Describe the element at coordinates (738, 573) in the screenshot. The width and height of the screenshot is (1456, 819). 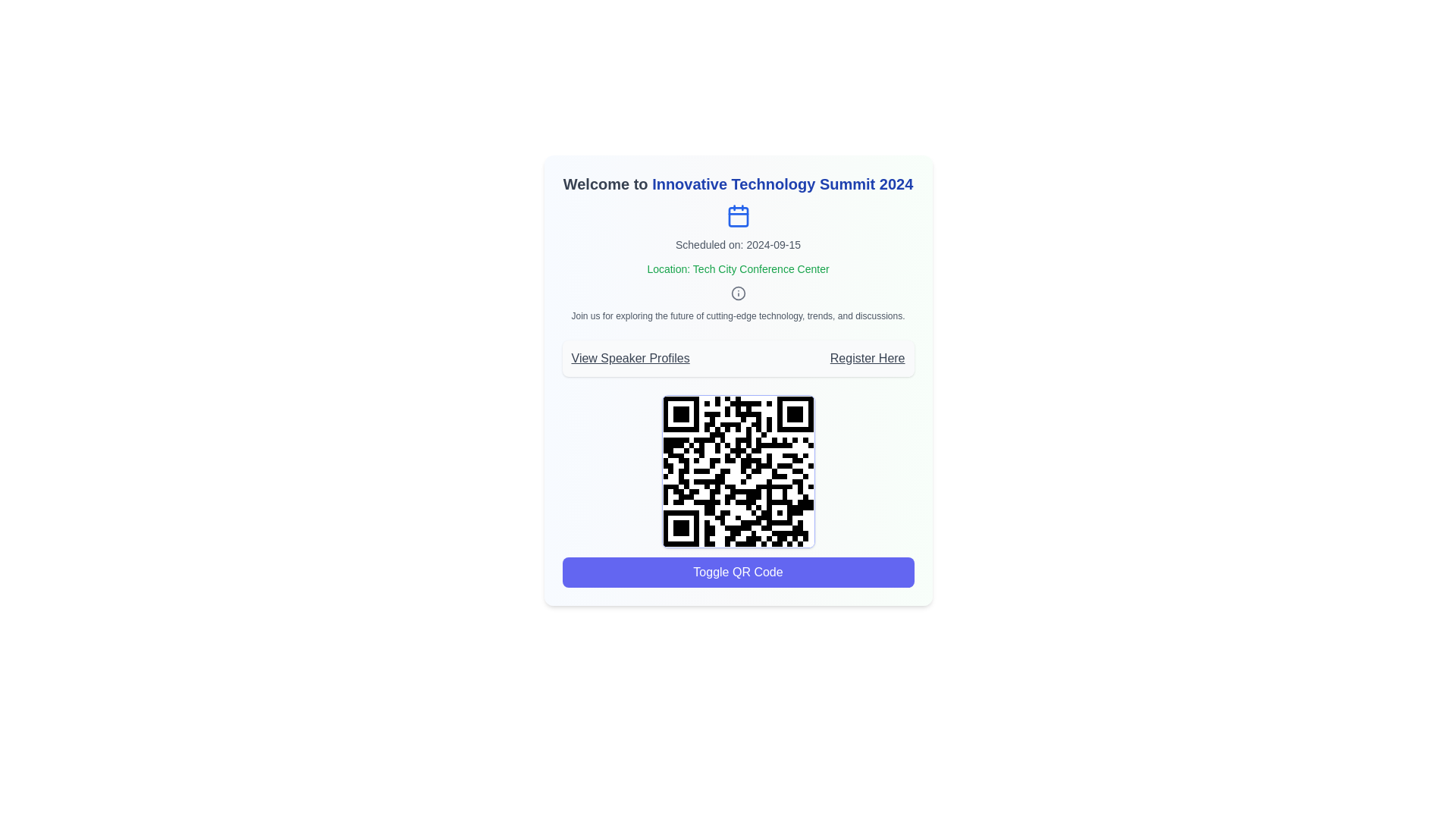
I see `the 'Toggle QR Code' button with a blue background and white text` at that location.